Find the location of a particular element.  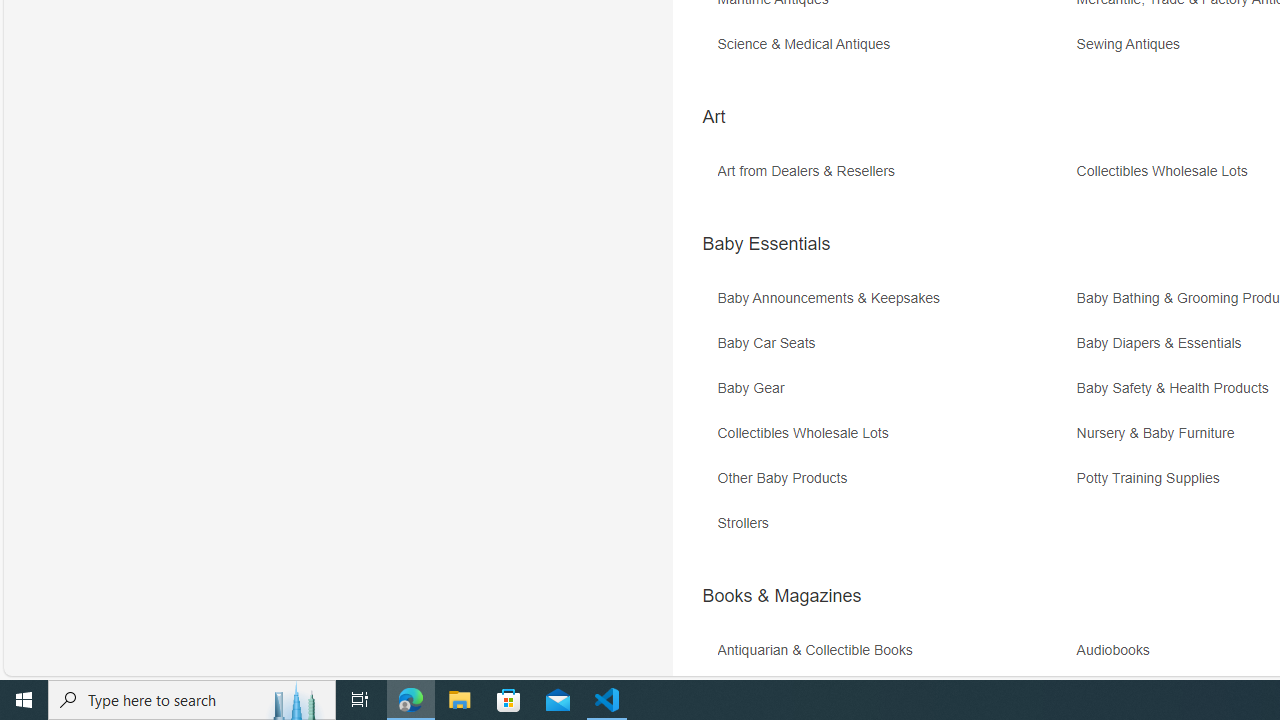

'Antiquarian & Collectible Books' is located at coordinates (819, 650).